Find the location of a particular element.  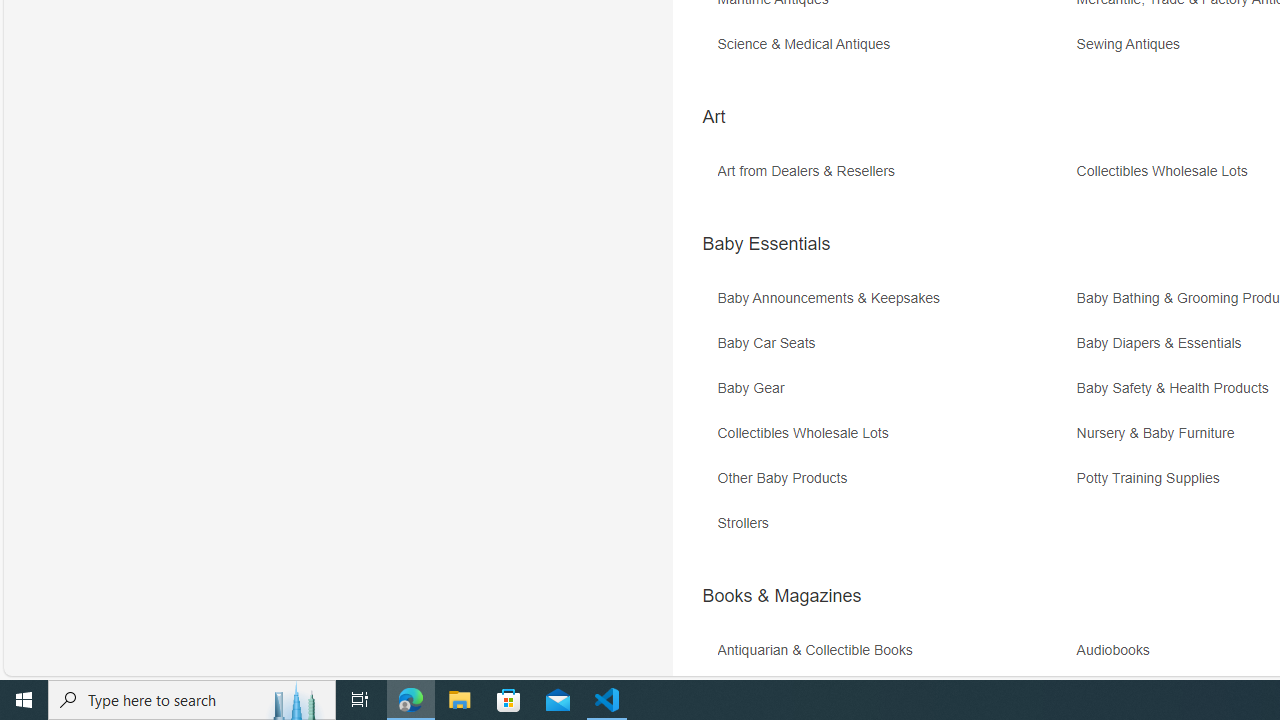

'Antiquarian & Collectible Books' is located at coordinates (819, 650).